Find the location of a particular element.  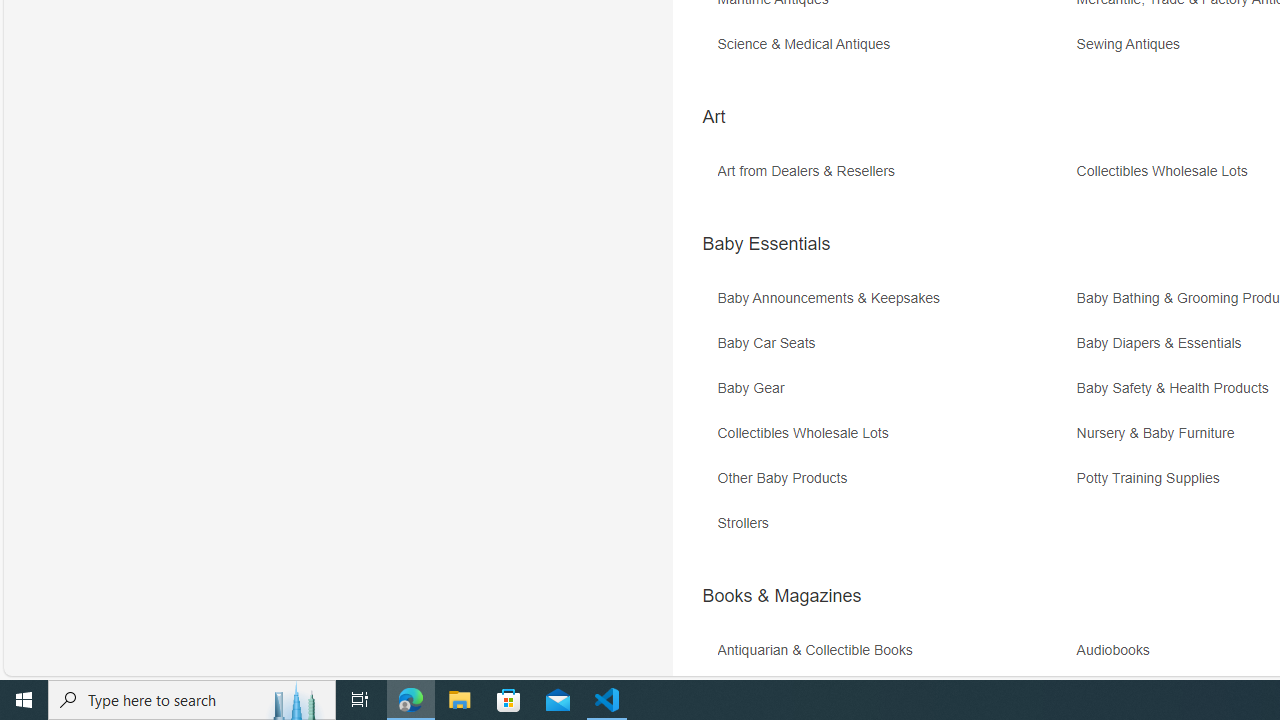

'Antiquarian & Collectible Books' is located at coordinates (819, 650).